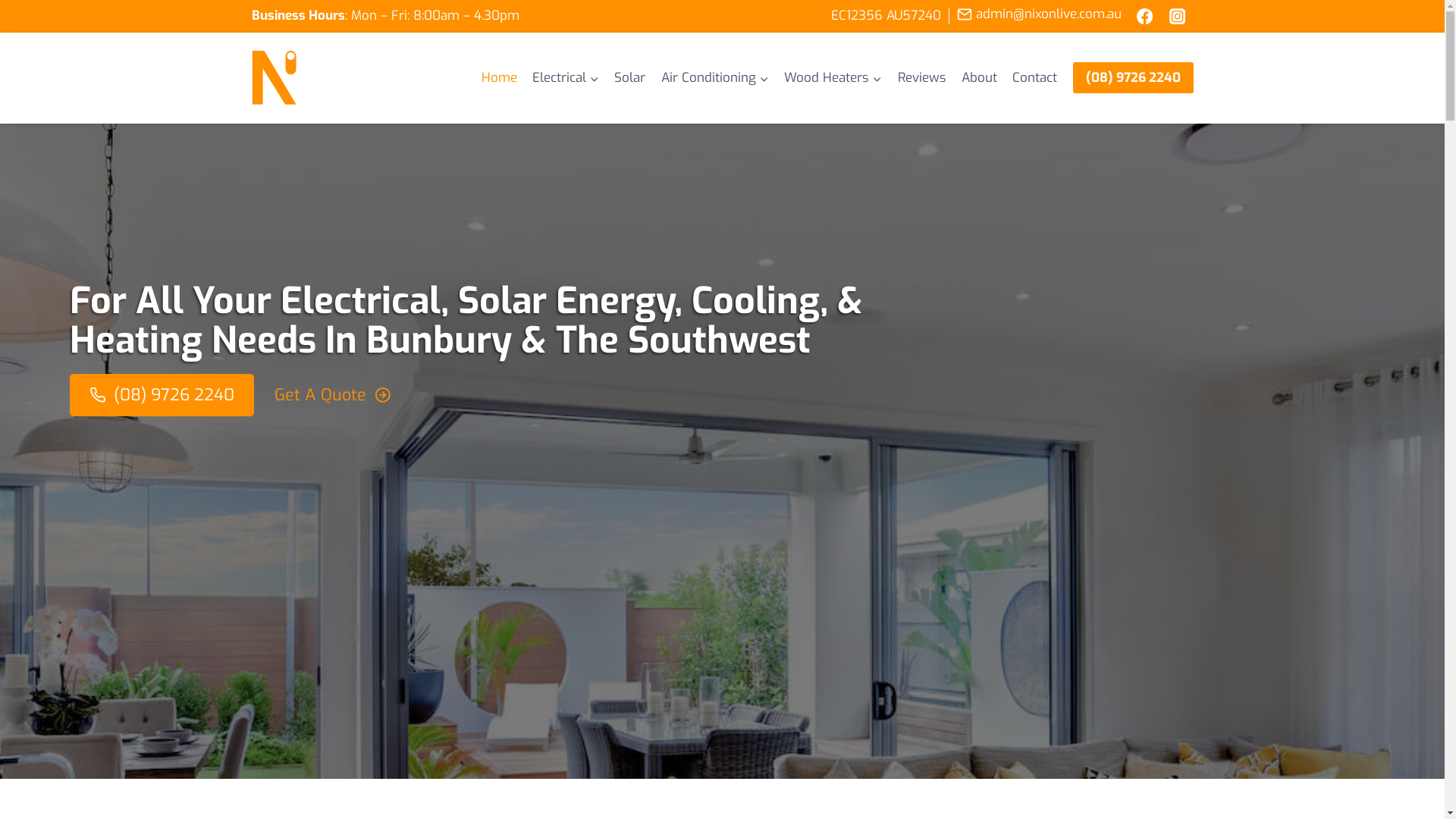  I want to click on 'About', so click(979, 77).